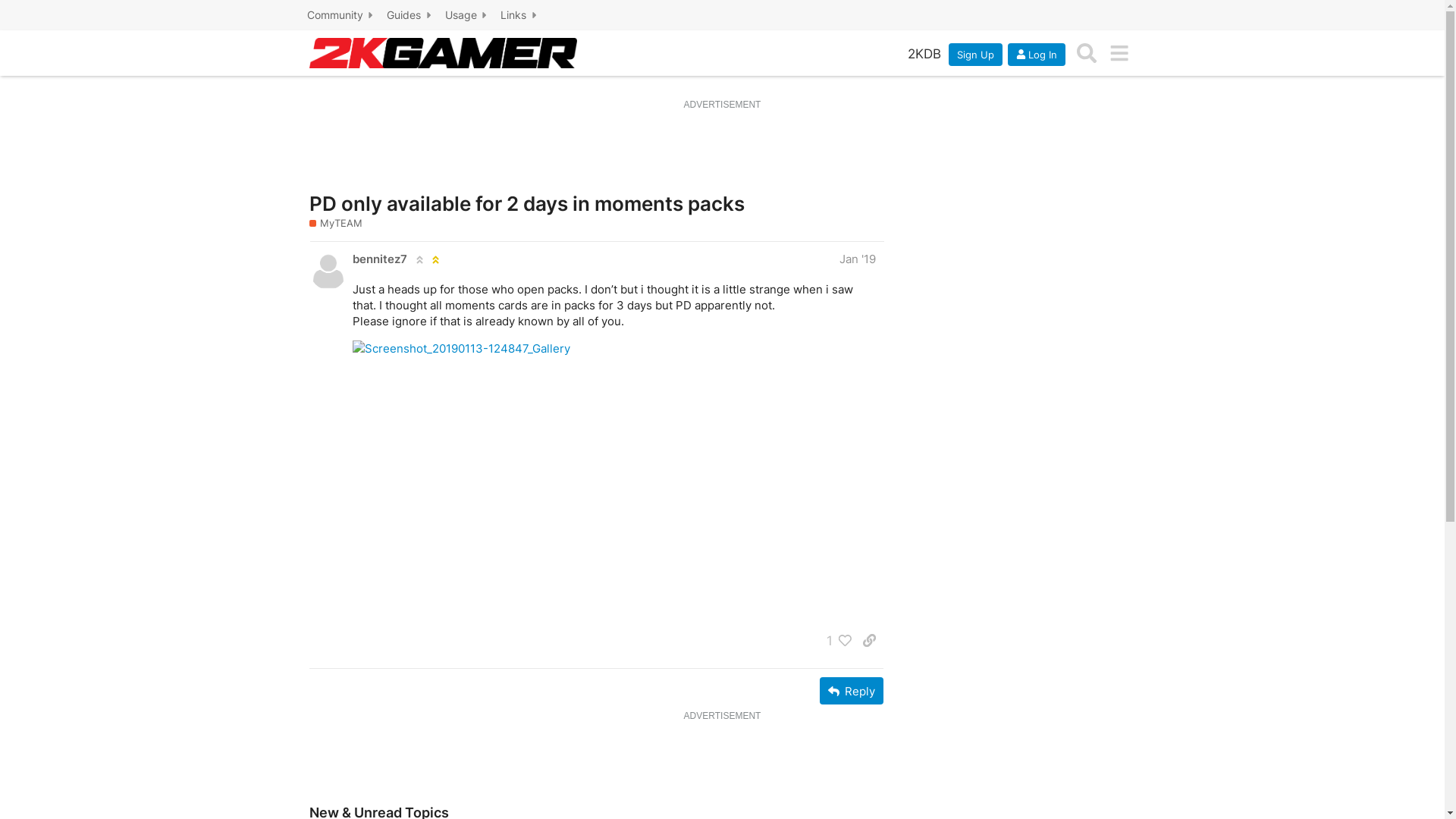  What do you see at coordinates (975, 52) in the screenshot?
I see `'Sign Up'` at bounding box center [975, 52].